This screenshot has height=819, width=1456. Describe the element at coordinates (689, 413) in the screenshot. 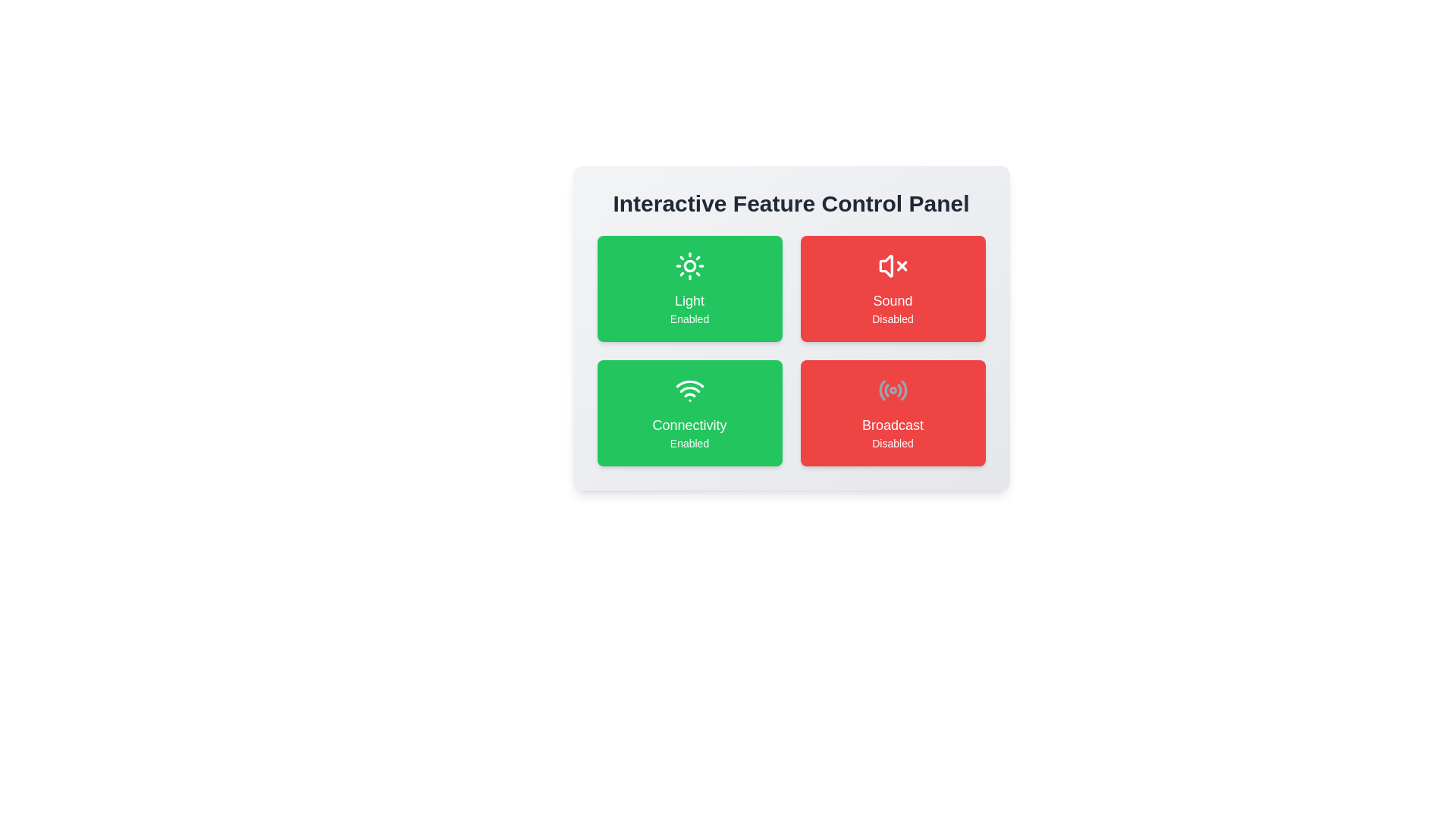

I see `the feature card for Connectivity to observe the hover effect` at that location.